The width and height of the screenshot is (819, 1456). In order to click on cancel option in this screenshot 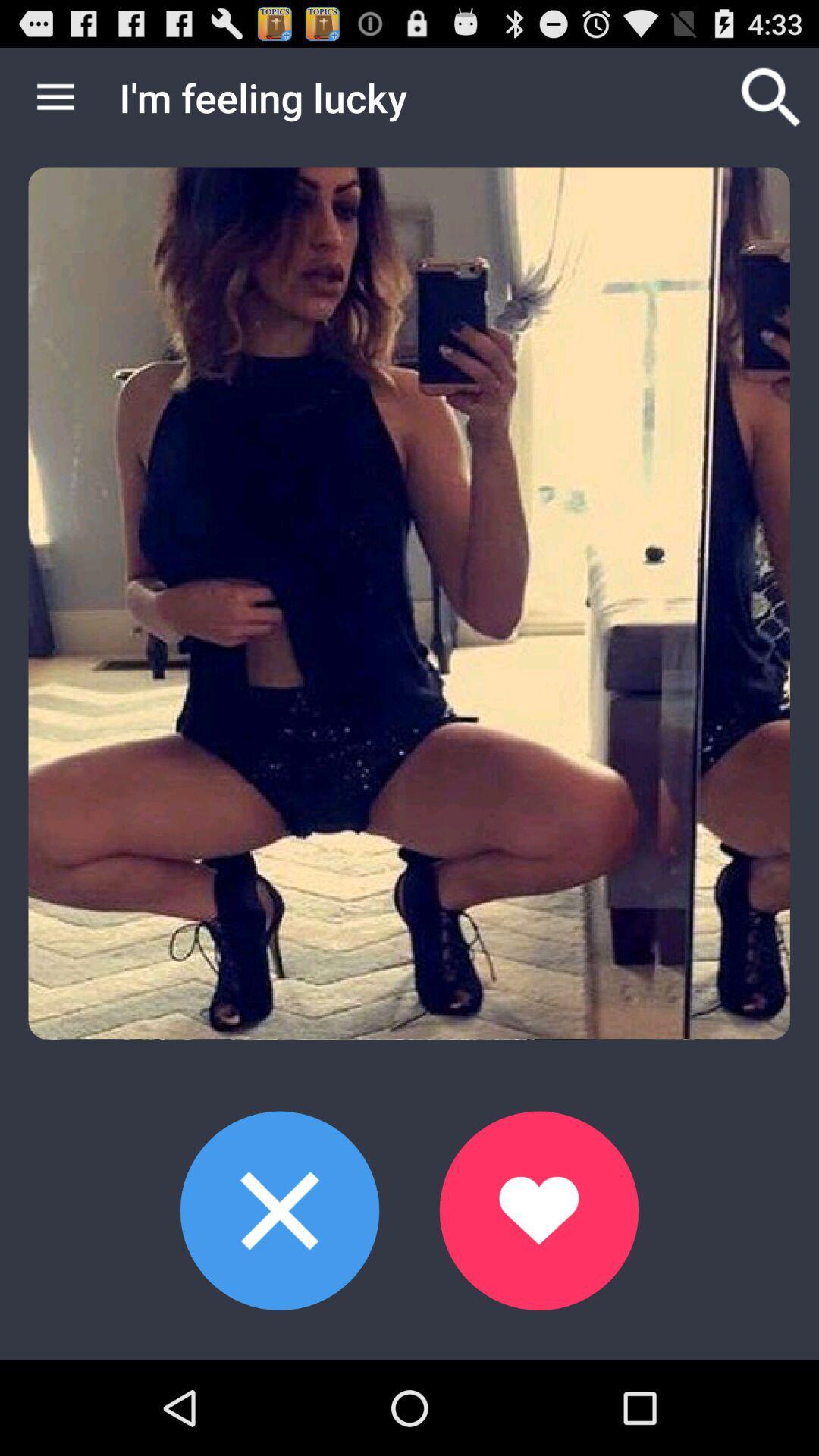, I will do `click(280, 1210)`.